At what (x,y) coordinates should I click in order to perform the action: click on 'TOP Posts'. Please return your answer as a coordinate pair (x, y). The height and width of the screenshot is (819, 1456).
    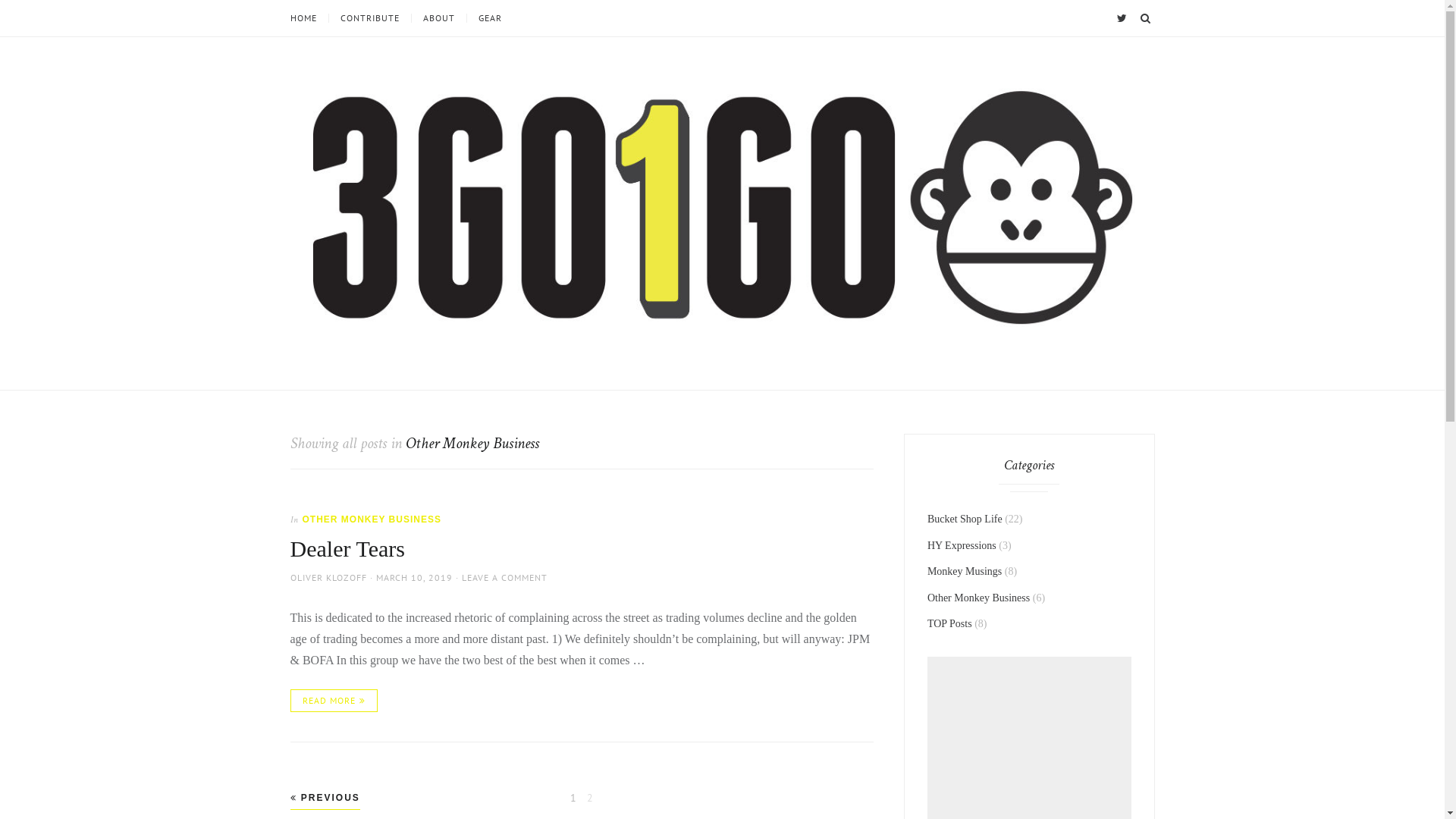
    Looking at the image, I should click on (949, 623).